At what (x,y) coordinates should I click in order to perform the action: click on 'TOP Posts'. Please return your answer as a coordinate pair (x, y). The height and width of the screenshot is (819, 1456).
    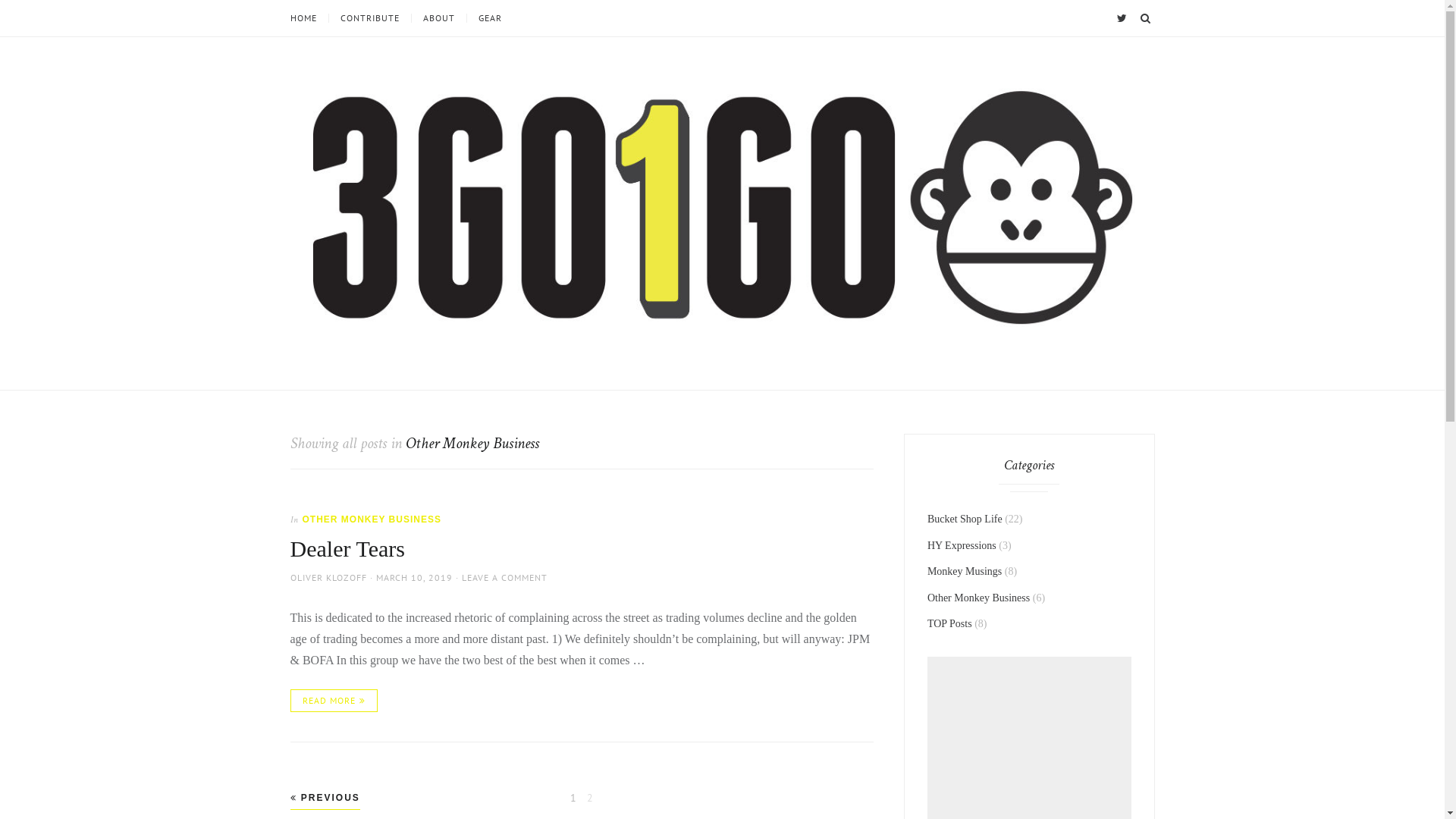
    Looking at the image, I should click on (949, 623).